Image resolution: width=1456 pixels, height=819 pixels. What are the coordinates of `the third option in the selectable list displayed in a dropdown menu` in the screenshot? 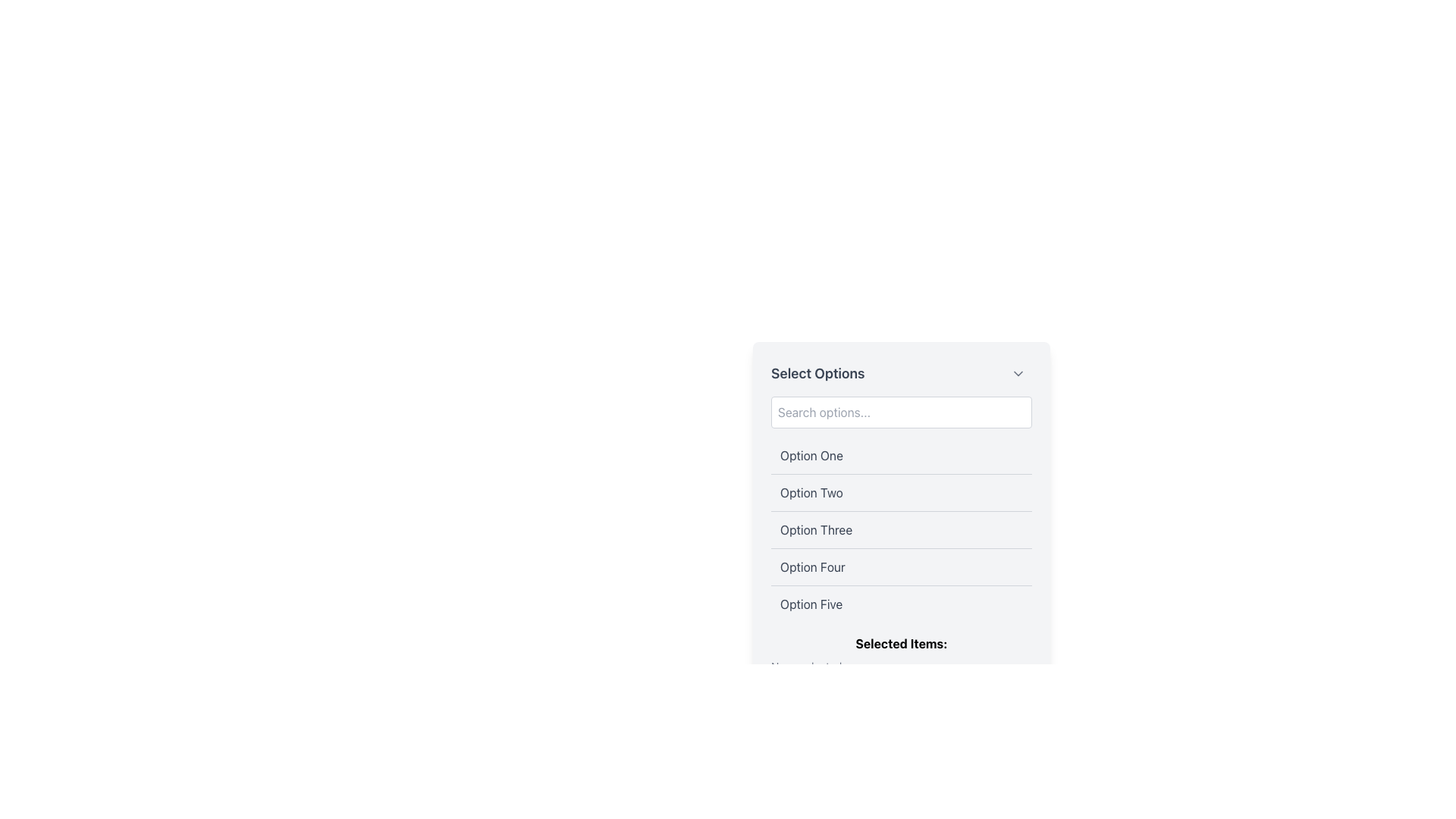 It's located at (902, 529).